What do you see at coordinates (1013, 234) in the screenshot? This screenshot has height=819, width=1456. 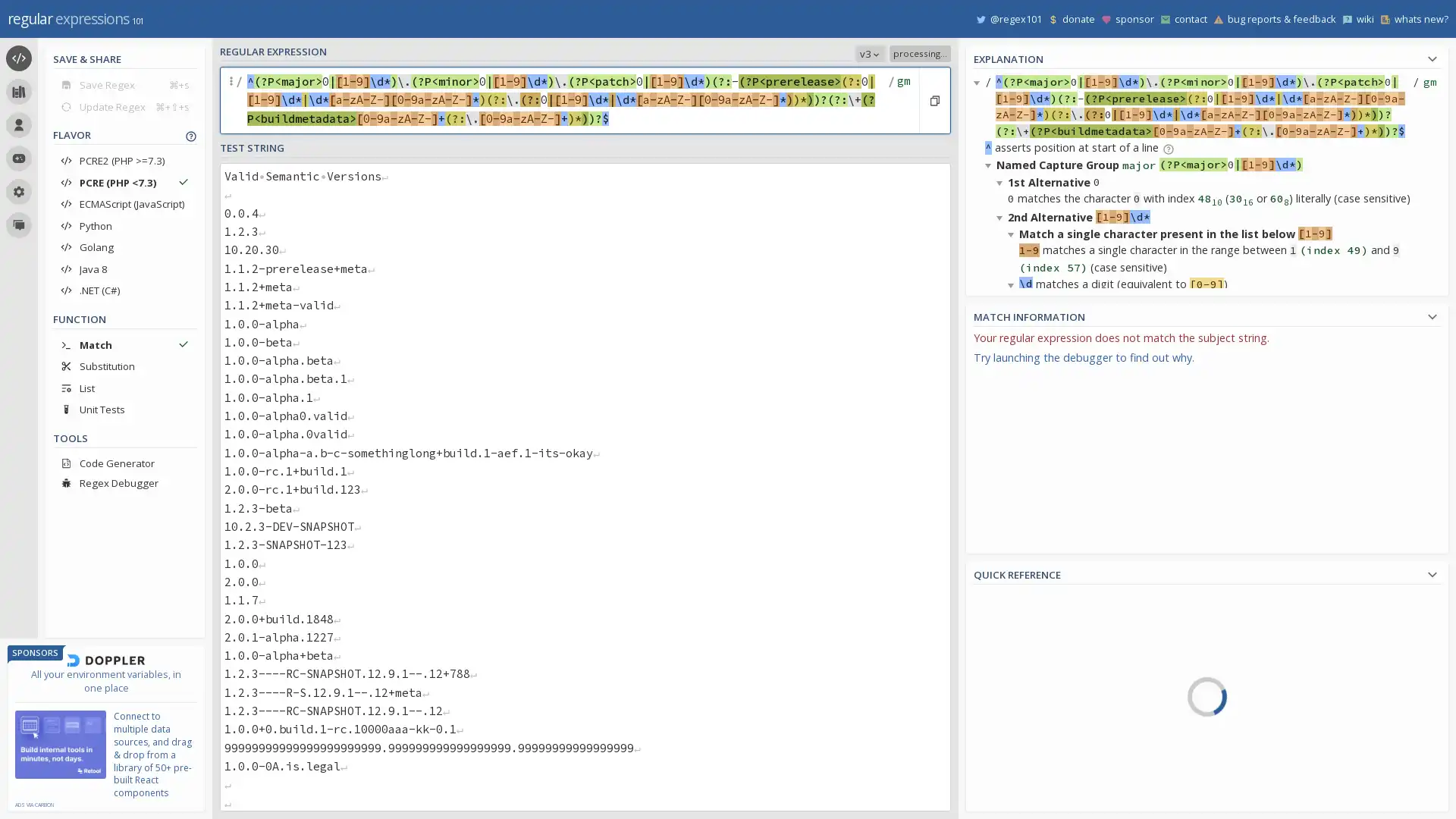 I see `Collapse Subtree` at bounding box center [1013, 234].